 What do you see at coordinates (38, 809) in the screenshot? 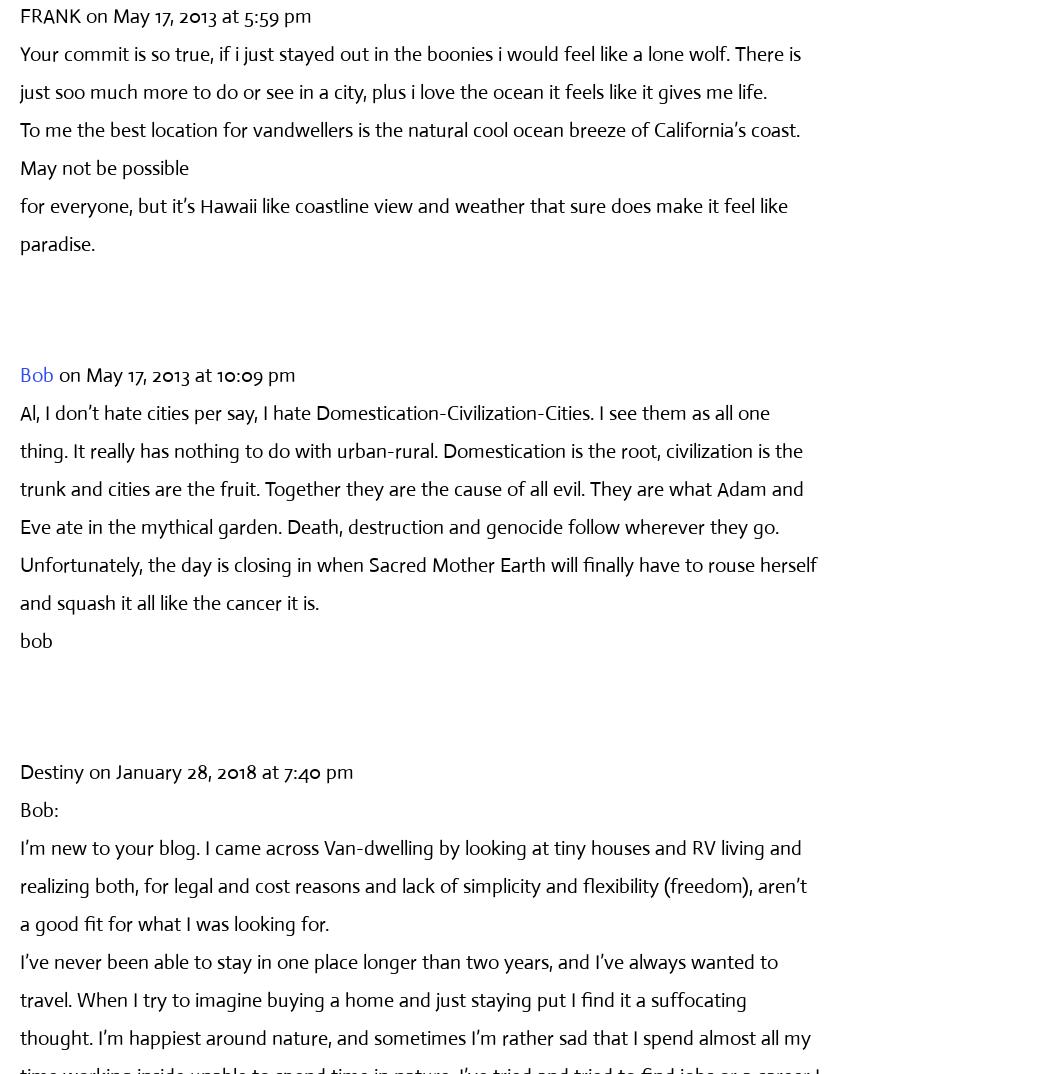
I see `'Bob:'` at bounding box center [38, 809].